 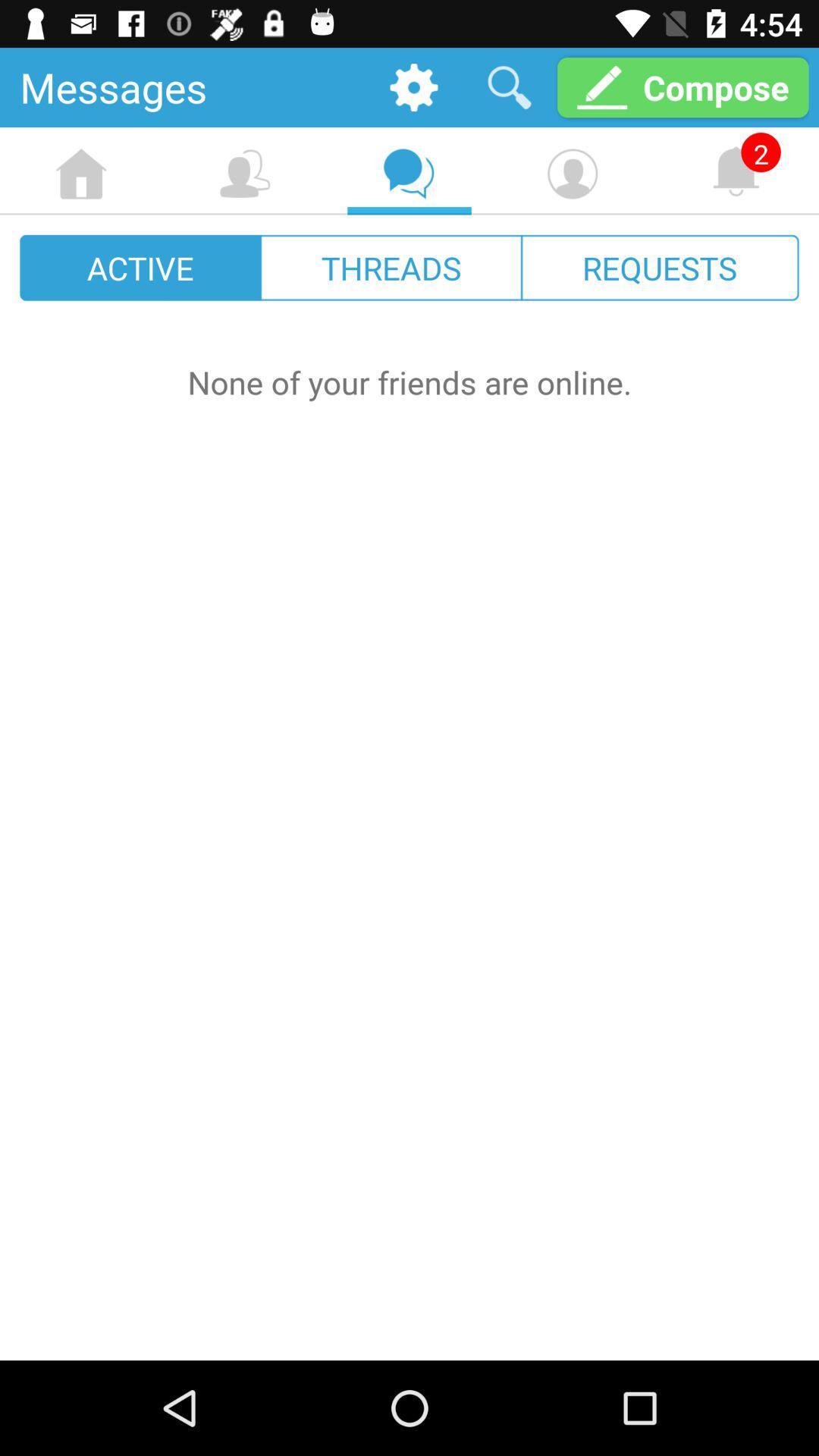 What do you see at coordinates (682, 86) in the screenshot?
I see `item above 2 item` at bounding box center [682, 86].